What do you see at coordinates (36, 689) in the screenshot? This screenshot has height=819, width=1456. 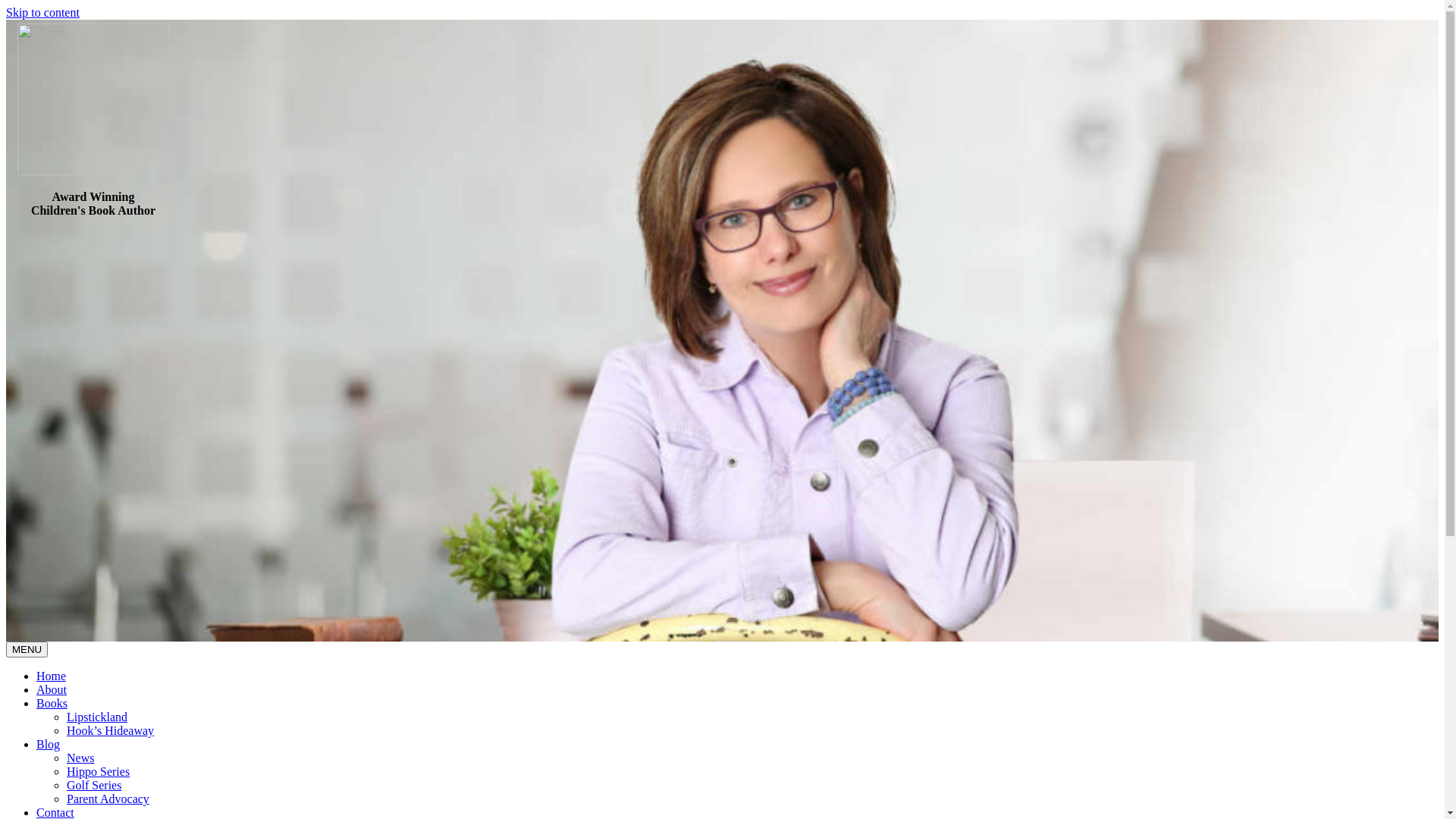 I see `'About'` at bounding box center [36, 689].